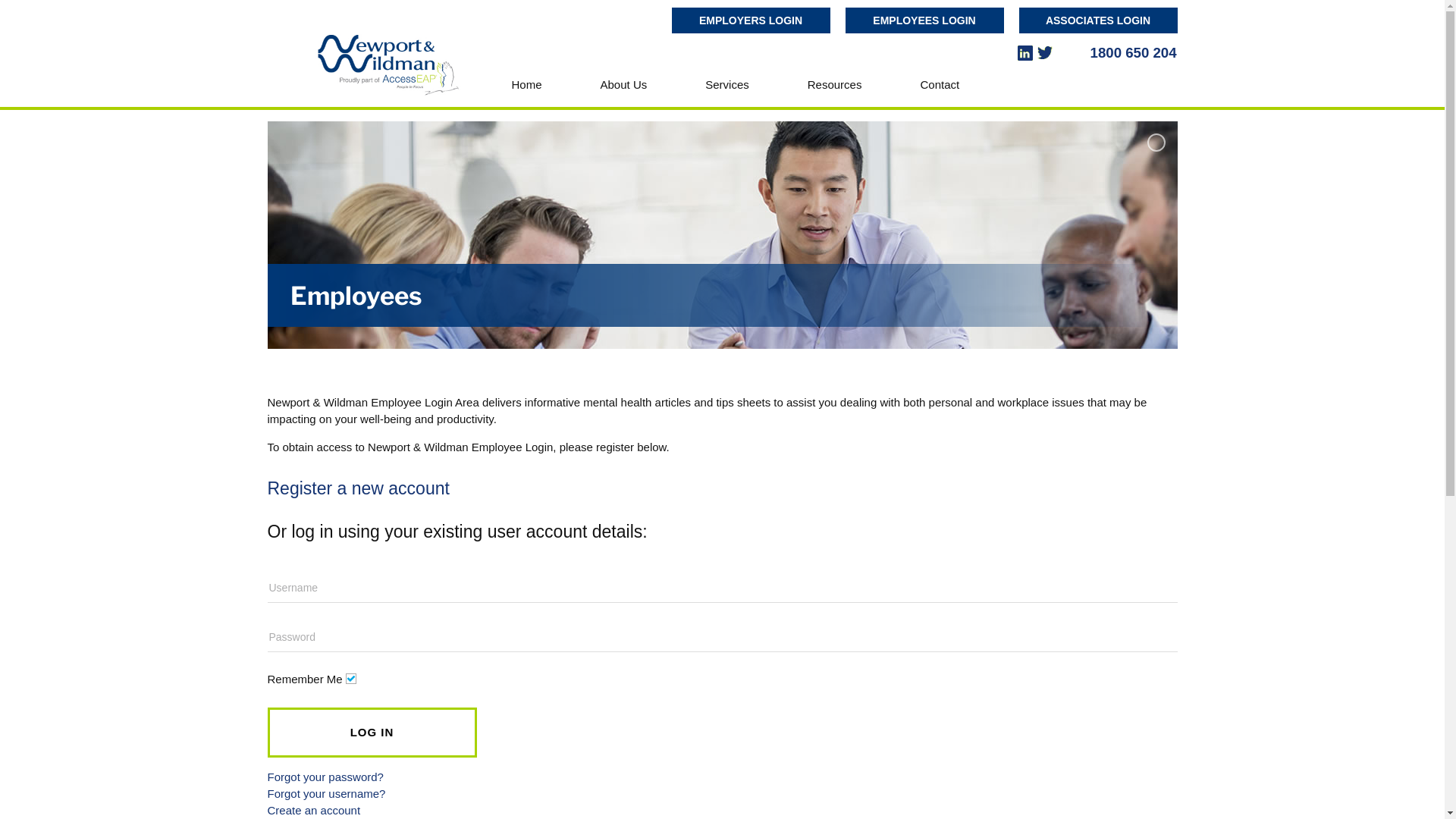  I want to click on 'EMPLOYERS LOGIN', so click(671, 20).